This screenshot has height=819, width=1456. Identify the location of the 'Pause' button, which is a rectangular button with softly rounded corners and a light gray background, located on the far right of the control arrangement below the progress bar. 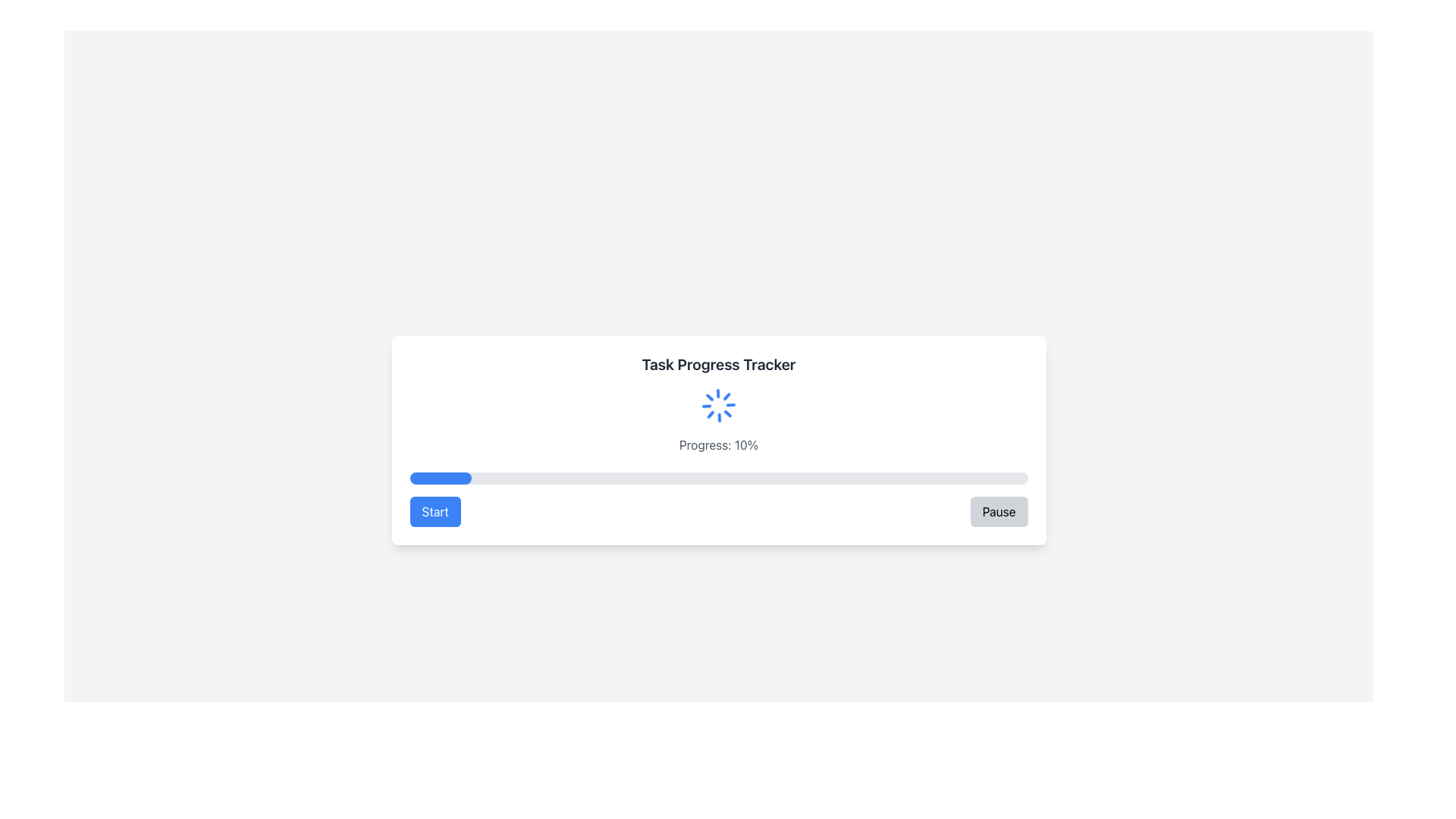
(999, 512).